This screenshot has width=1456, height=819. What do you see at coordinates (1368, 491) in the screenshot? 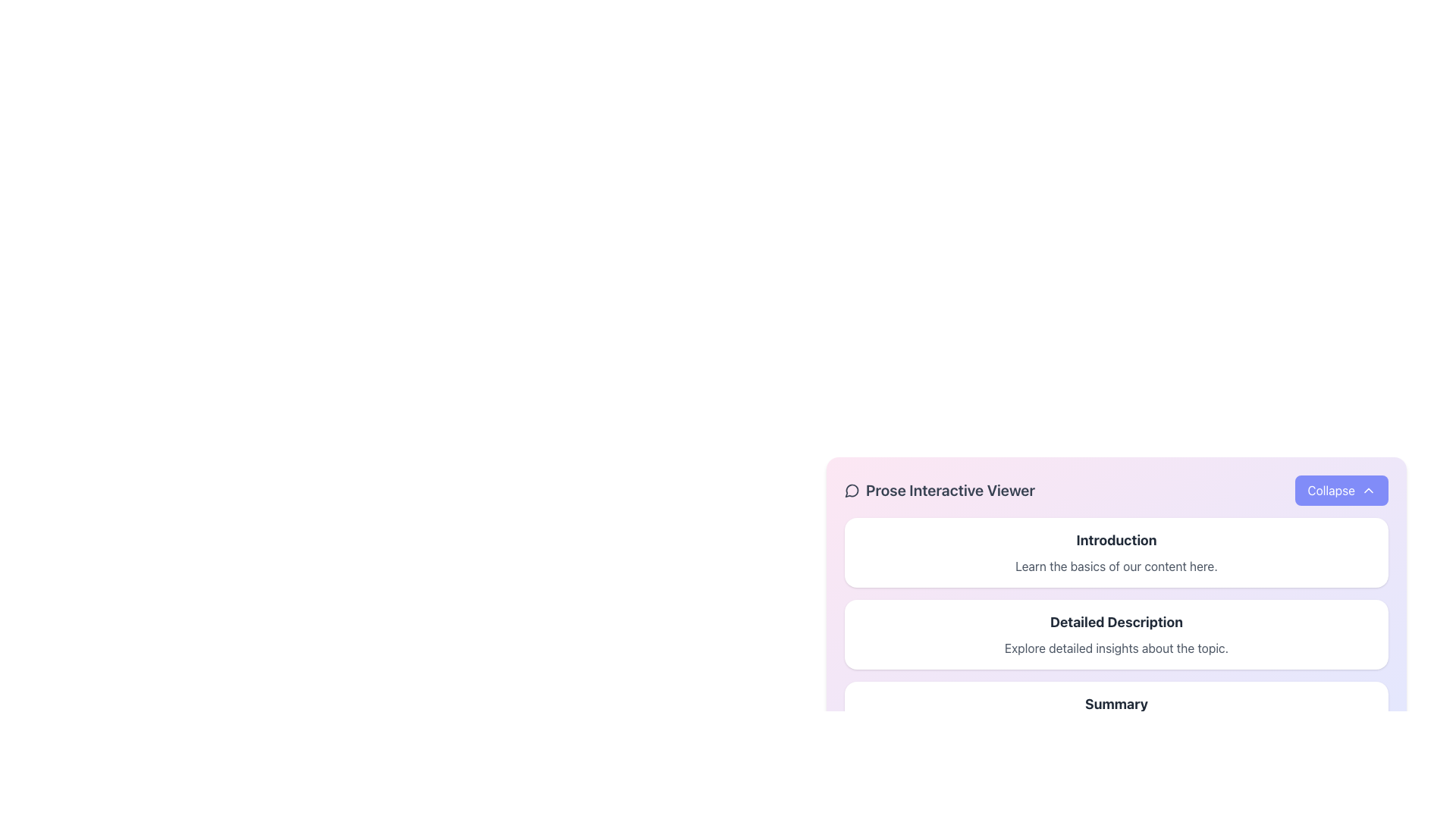
I see `the chevron icon located inside the 'Collapse' button, adjacent to the text 'Collapse' to indicate a collapse action` at bounding box center [1368, 491].